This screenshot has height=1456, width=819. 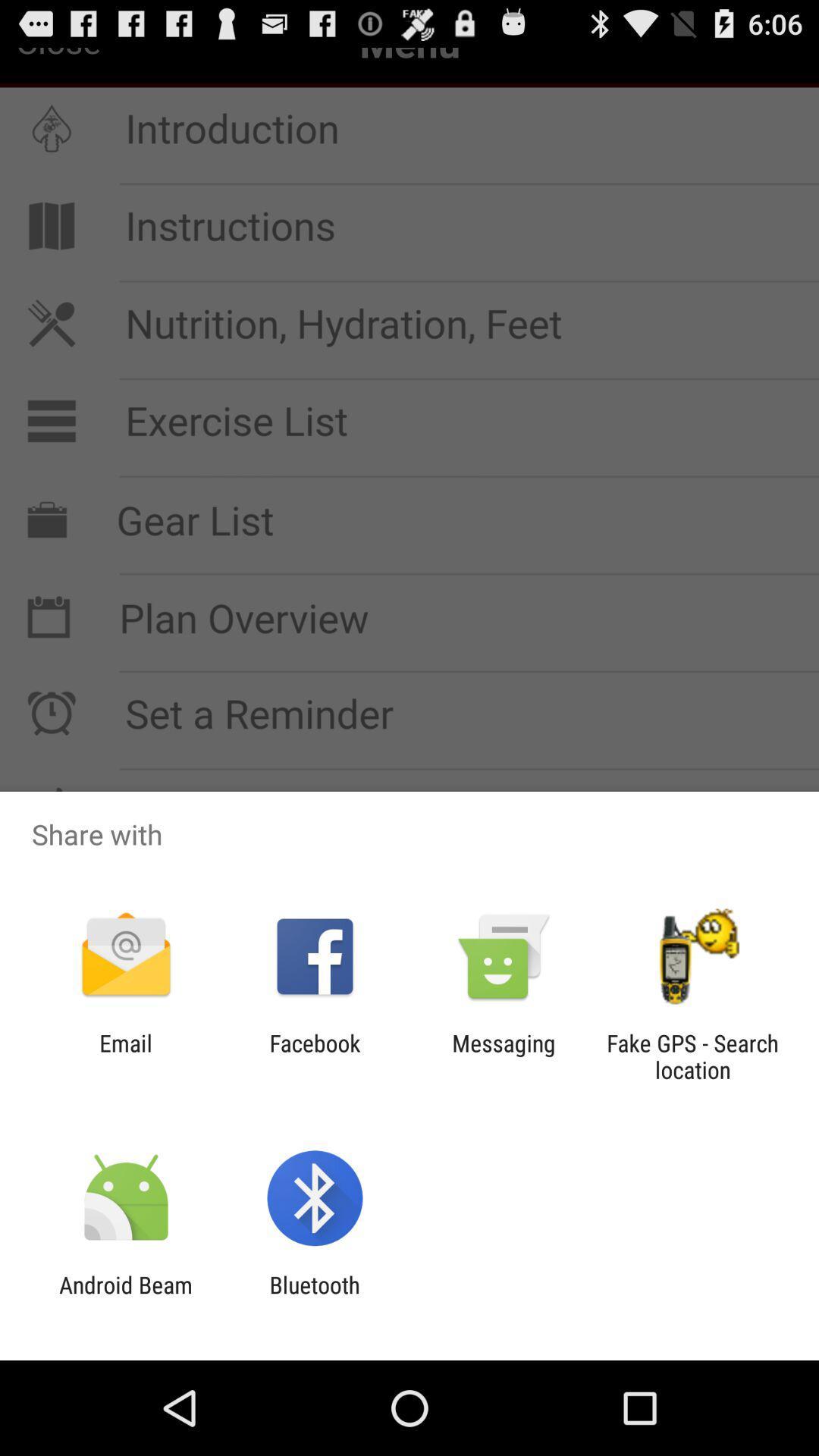 I want to click on the android beam icon, so click(x=125, y=1298).